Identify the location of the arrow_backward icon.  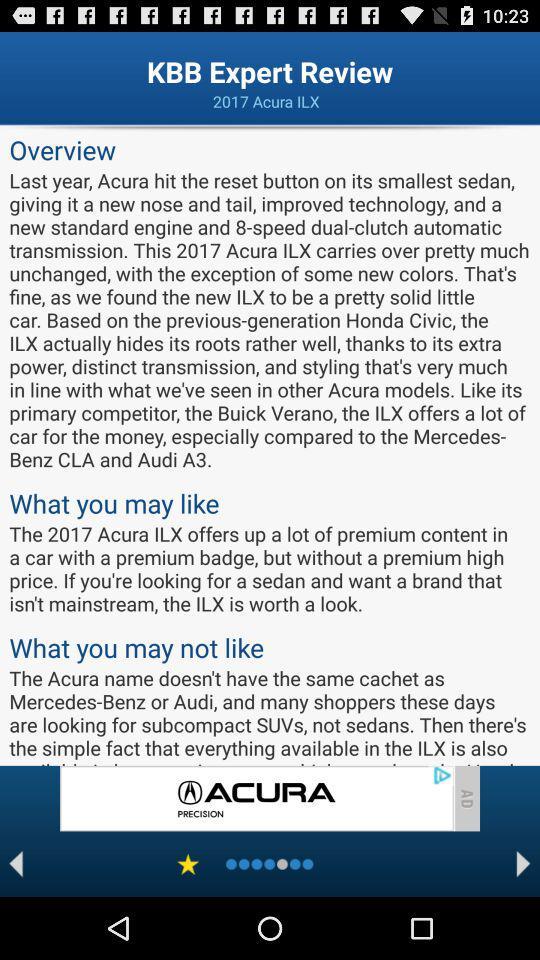
(15, 924).